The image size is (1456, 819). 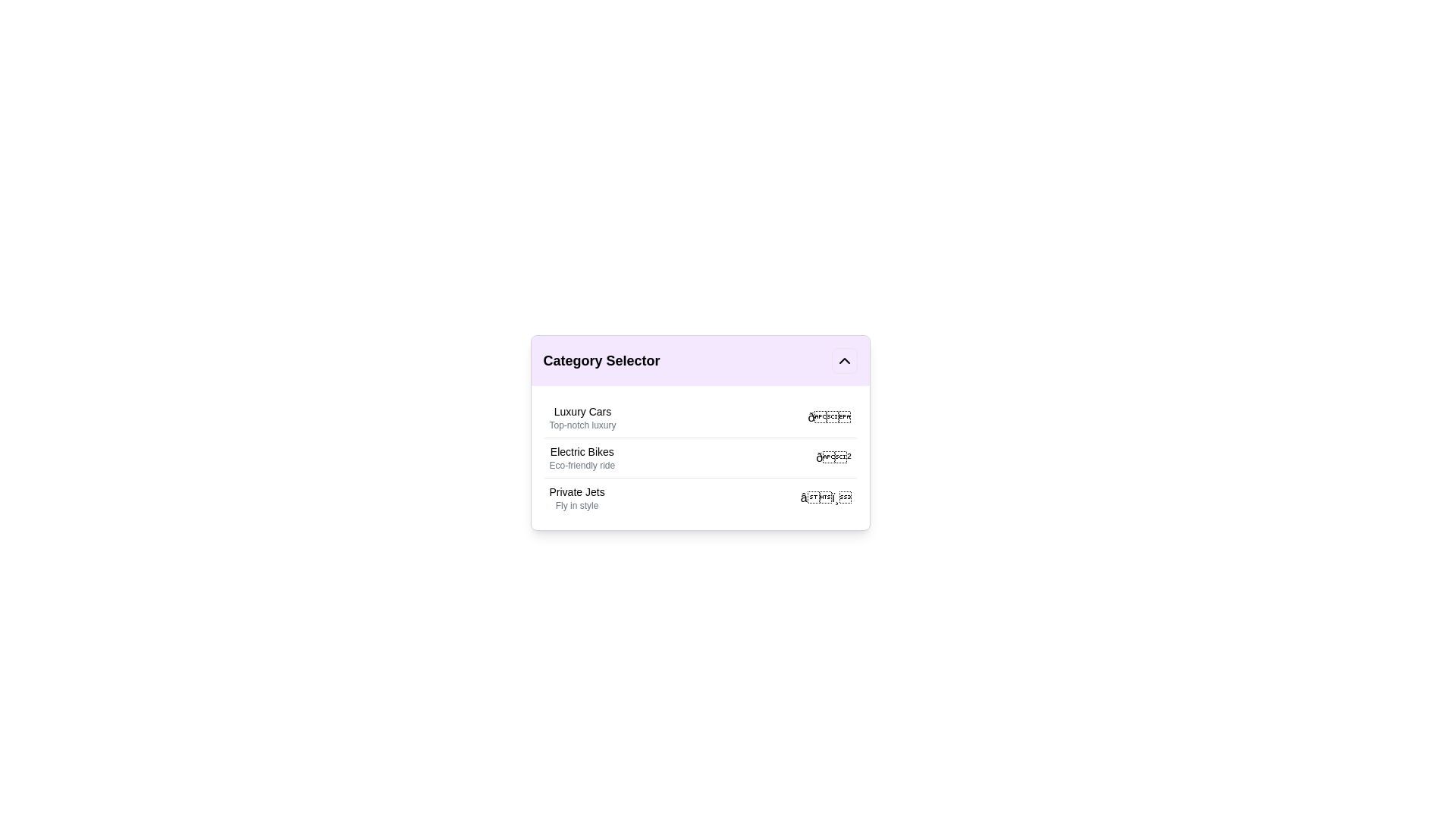 I want to click on the list item representing the category choice for Luxury Cars, which includes a brief description 'Top-notch luxury', so click(x=582, y=418).